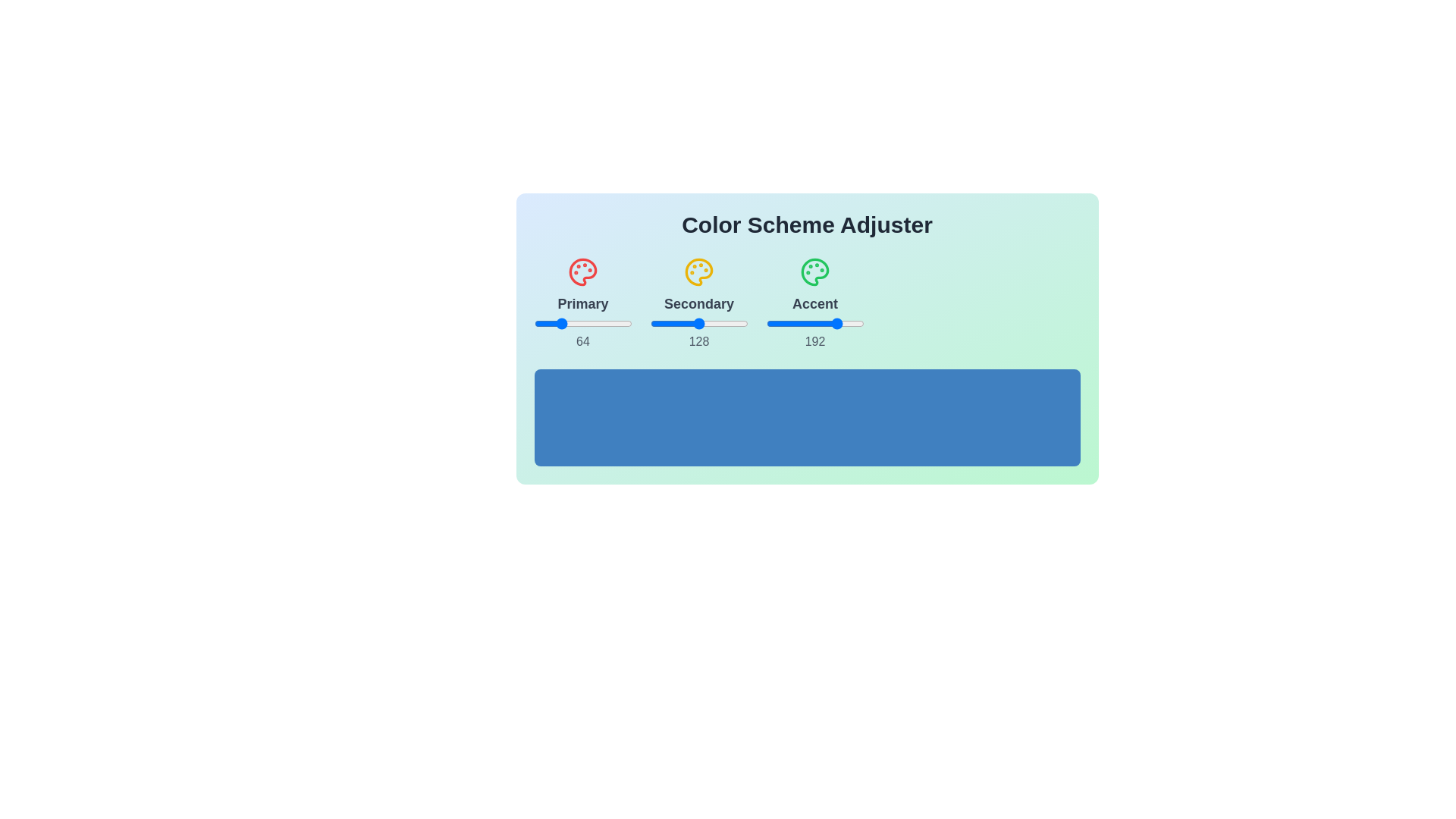 Image resolution: width=1456 pixels, height=819 pixels. Describe the element at coordinates (759, 323) in the screenshot. I see `the 1 slider to 158` at that location.